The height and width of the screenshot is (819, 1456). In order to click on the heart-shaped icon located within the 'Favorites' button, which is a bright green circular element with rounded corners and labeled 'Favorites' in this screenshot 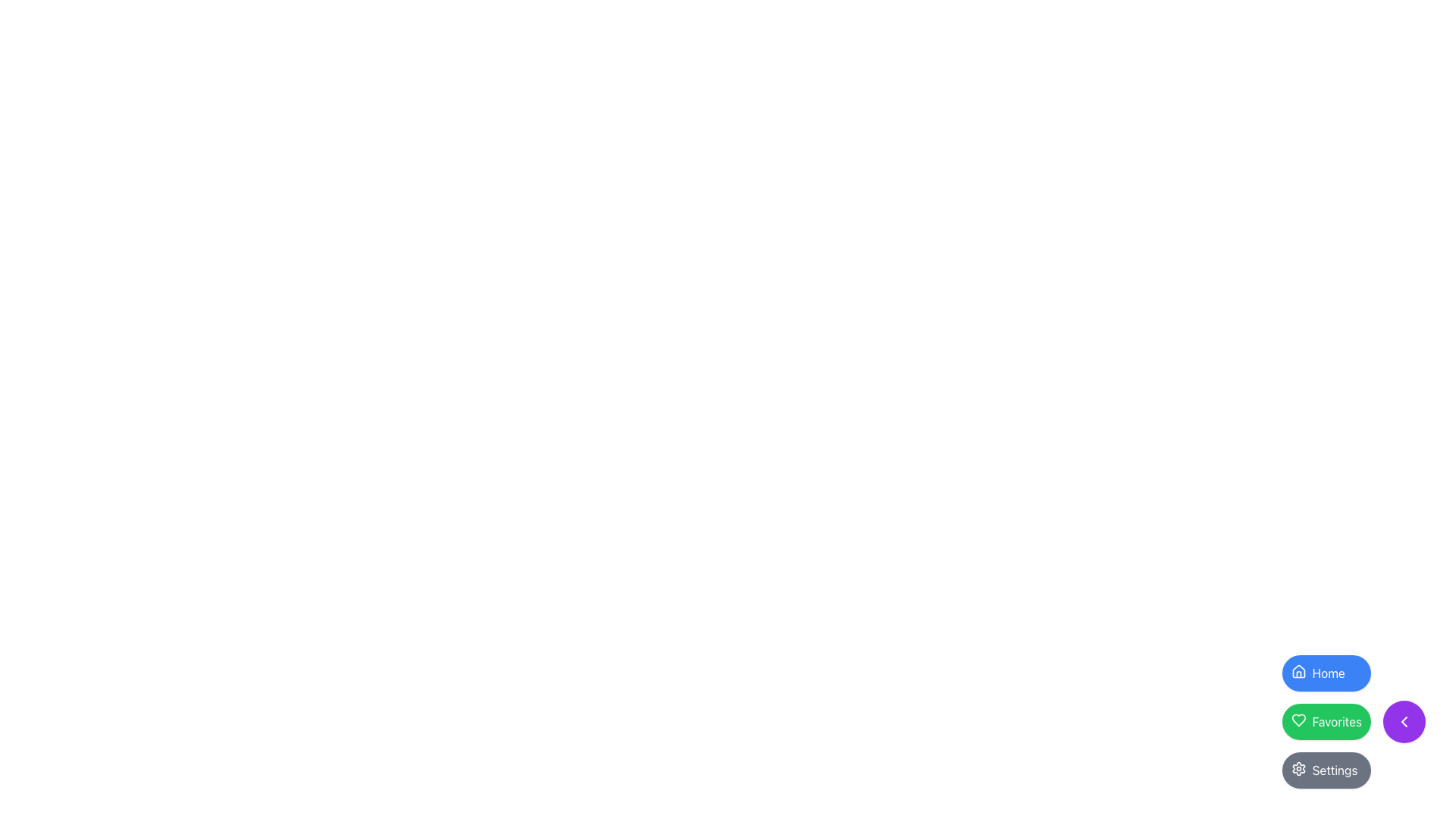, I will do `click(1298, 719)`.